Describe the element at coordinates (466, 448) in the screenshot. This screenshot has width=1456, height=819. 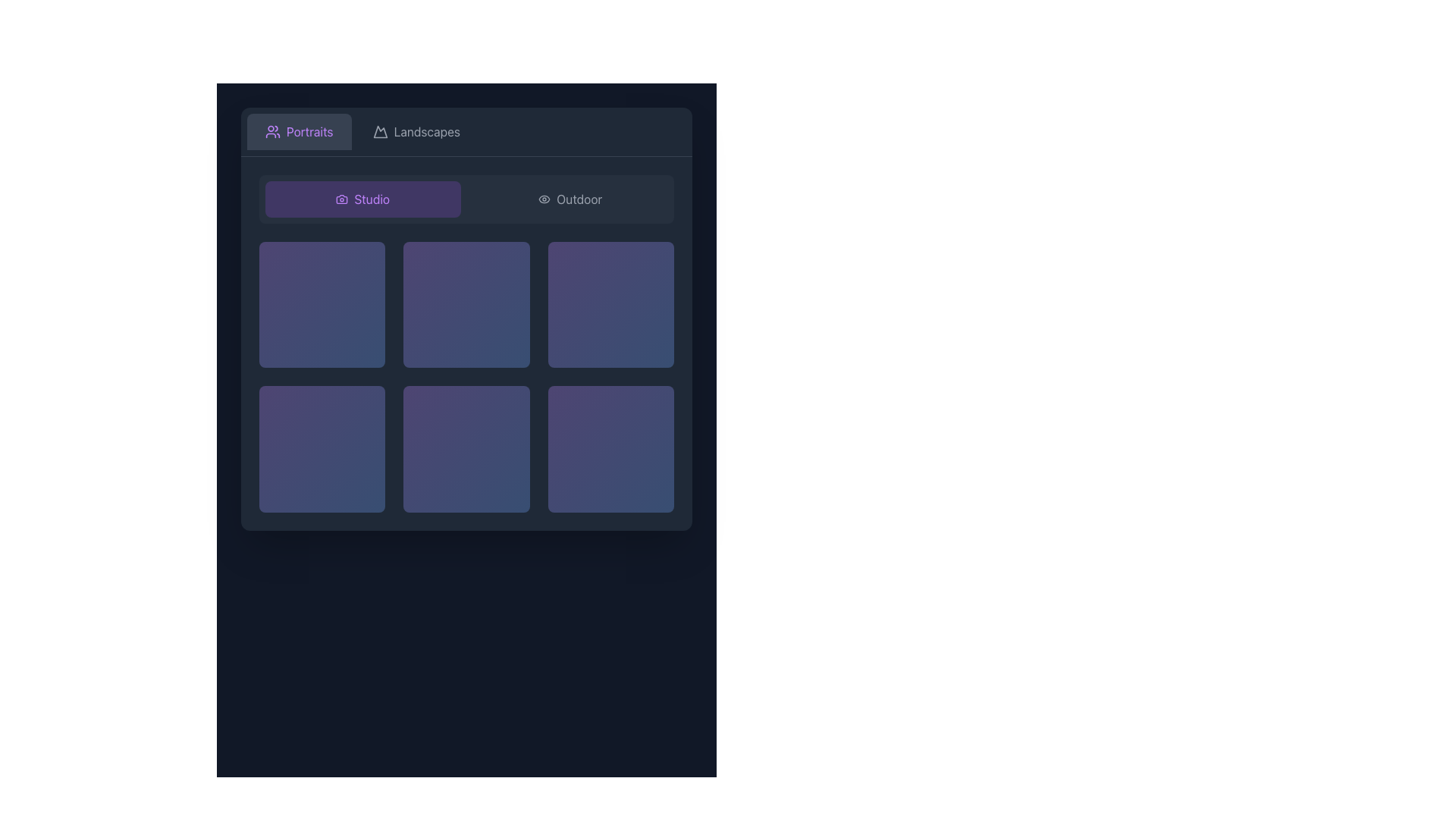
I see `the fifth card in the gallery layout, located in the second row and second column, displaying a photo or card preview` at that location.